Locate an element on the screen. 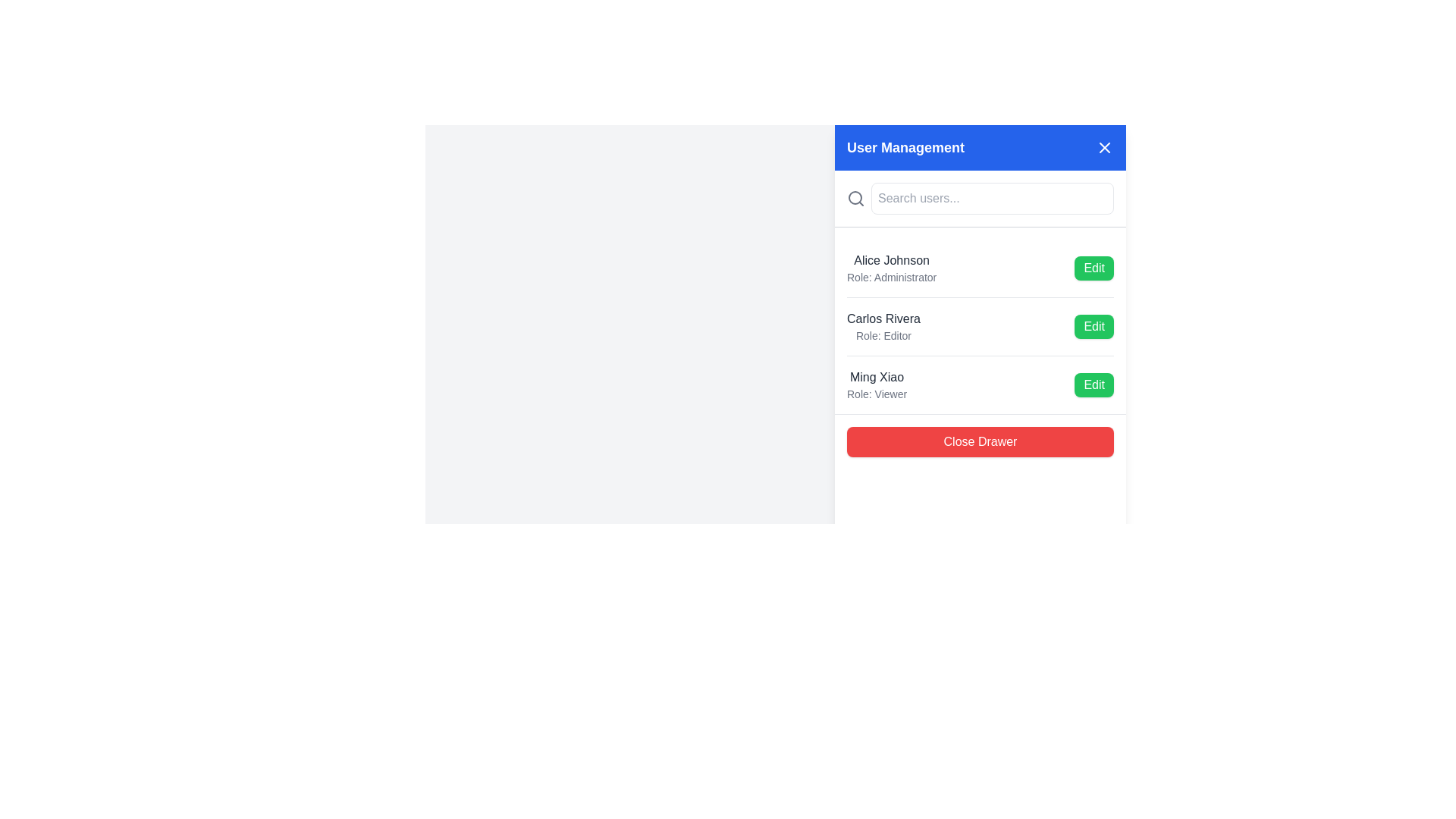 Image resolution: width=1456 pixels, height=819 pixels. the text snippet labeled 'Role: Administrator', which is styled in gray and positioned below 'Alice Johnson' in the user management section is located at coordinates (892, 278).